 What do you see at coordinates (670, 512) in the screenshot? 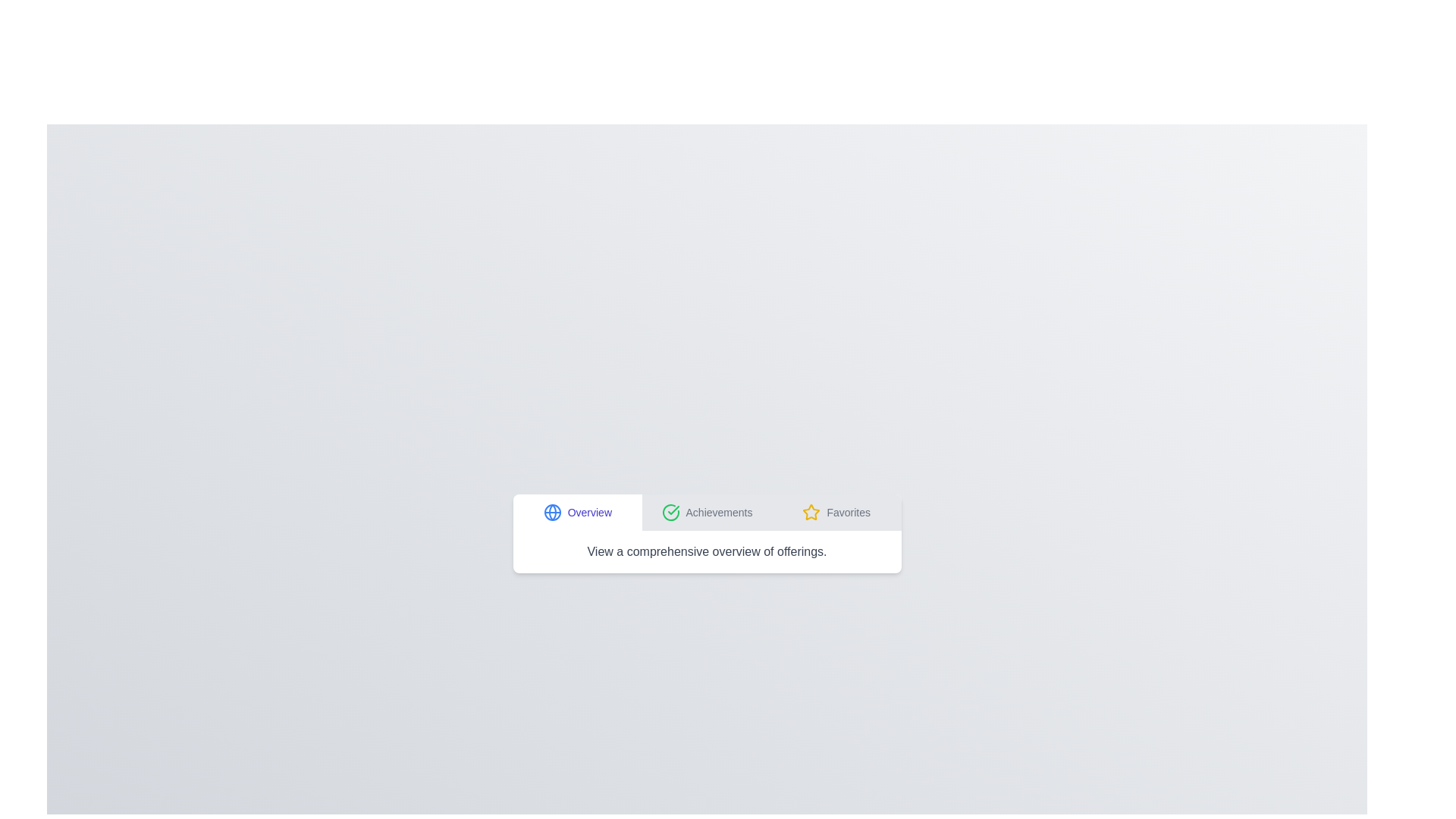
I see `the icon associated with the Achievements tab to activate it` at bounding box center [670, 512].